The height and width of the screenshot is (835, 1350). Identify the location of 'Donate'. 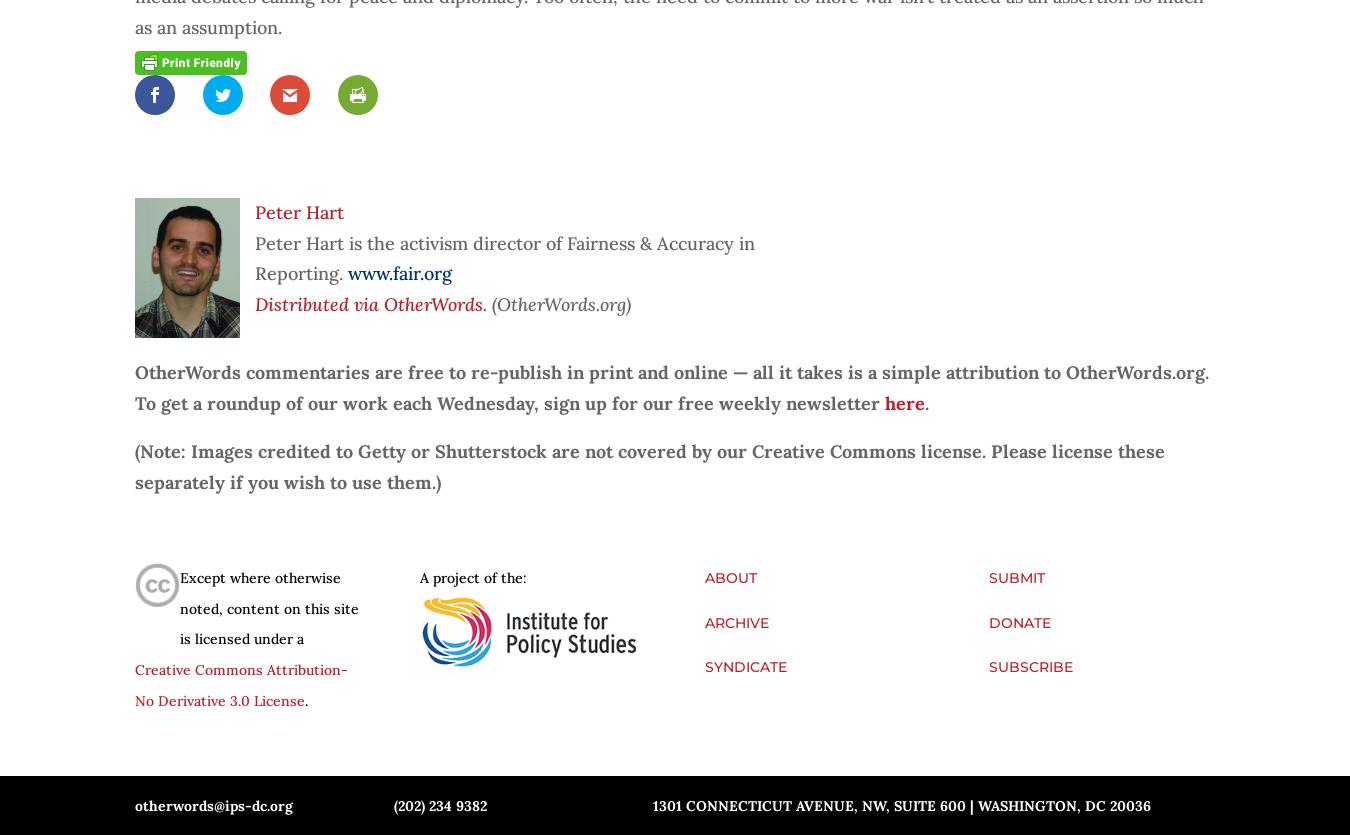
(1020, 620).